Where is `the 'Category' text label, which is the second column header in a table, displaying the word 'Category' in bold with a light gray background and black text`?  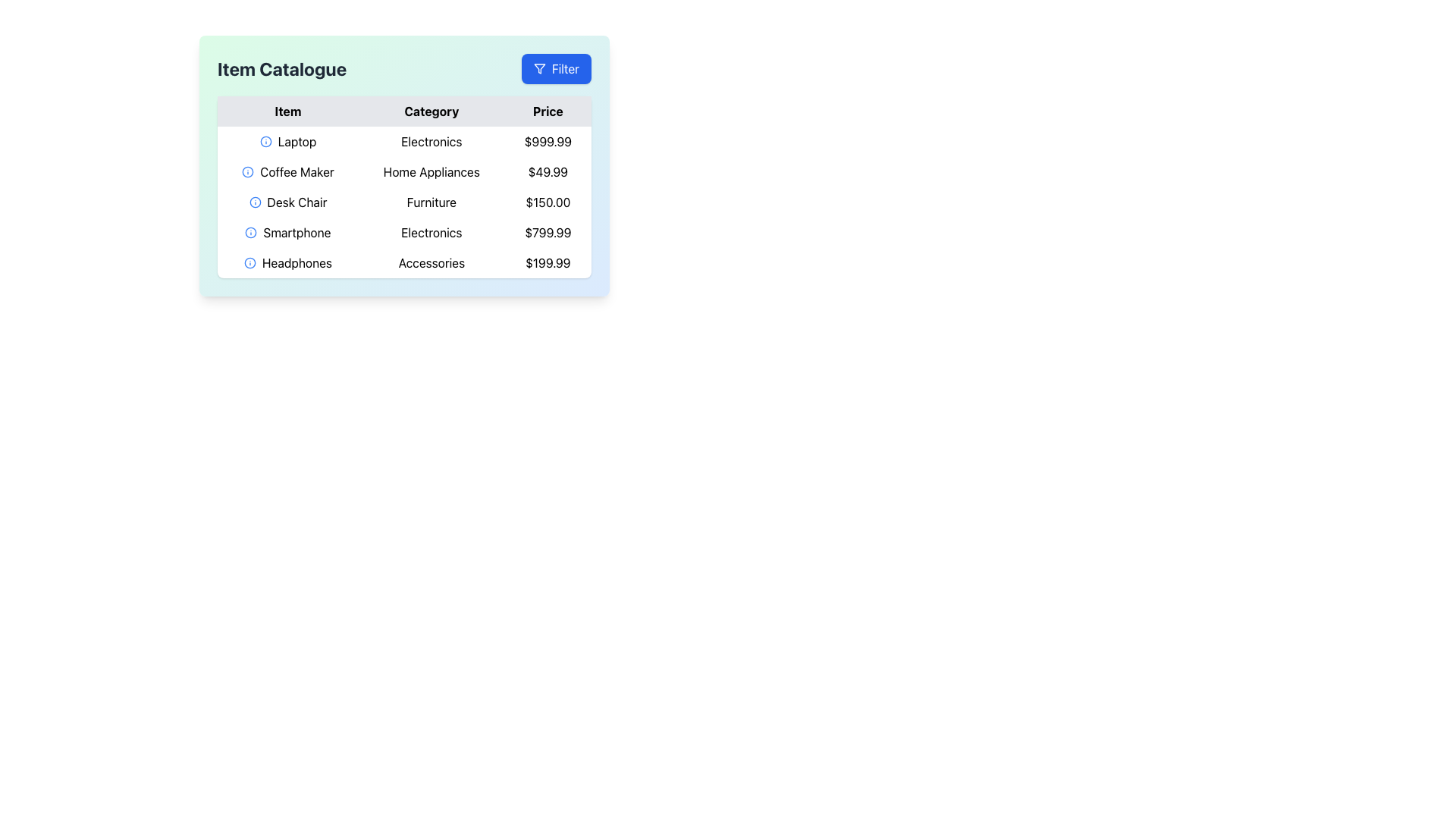
the 'Category' text label, which is the second column header in a table, displaying the word 'Category' in bold with a light gray background and black text is located at coordinates (431, 110).